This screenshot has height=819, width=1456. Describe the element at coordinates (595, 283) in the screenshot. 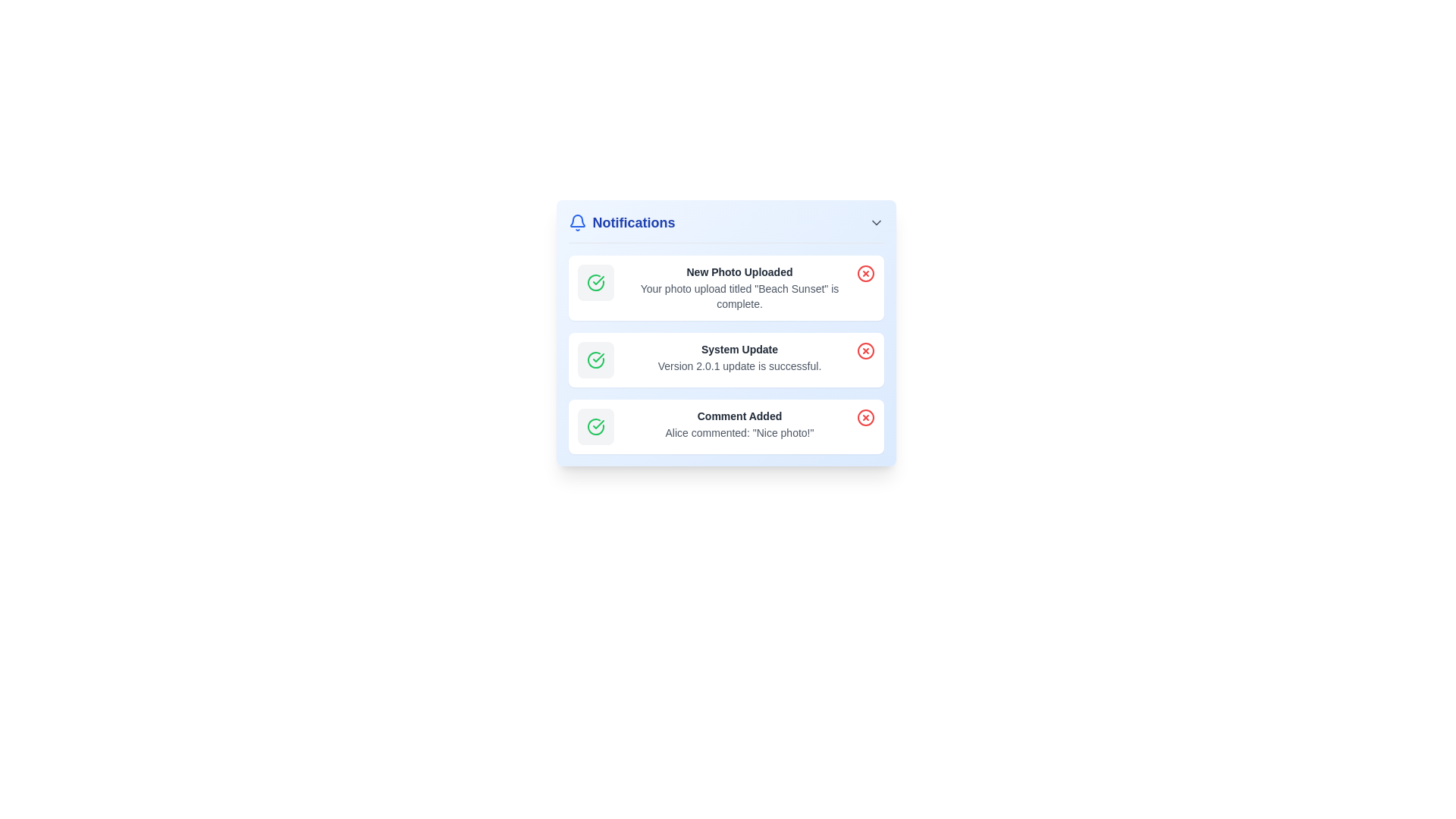

I see `the status icon located in the top notification item of the Notifications section, positioned to the left of the text 'New Photo Uploaded'` at that location.